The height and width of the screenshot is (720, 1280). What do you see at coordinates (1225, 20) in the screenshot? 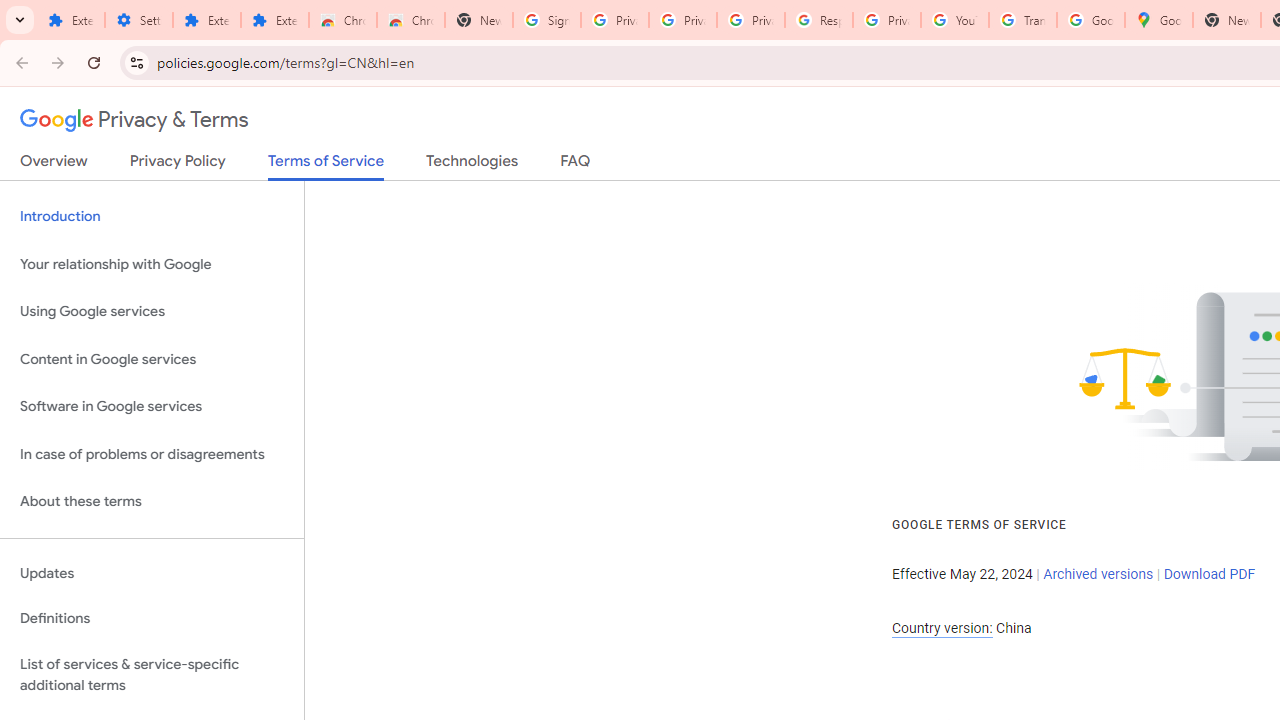
I see `'New Tab'` at bounding box center [1225, 20].